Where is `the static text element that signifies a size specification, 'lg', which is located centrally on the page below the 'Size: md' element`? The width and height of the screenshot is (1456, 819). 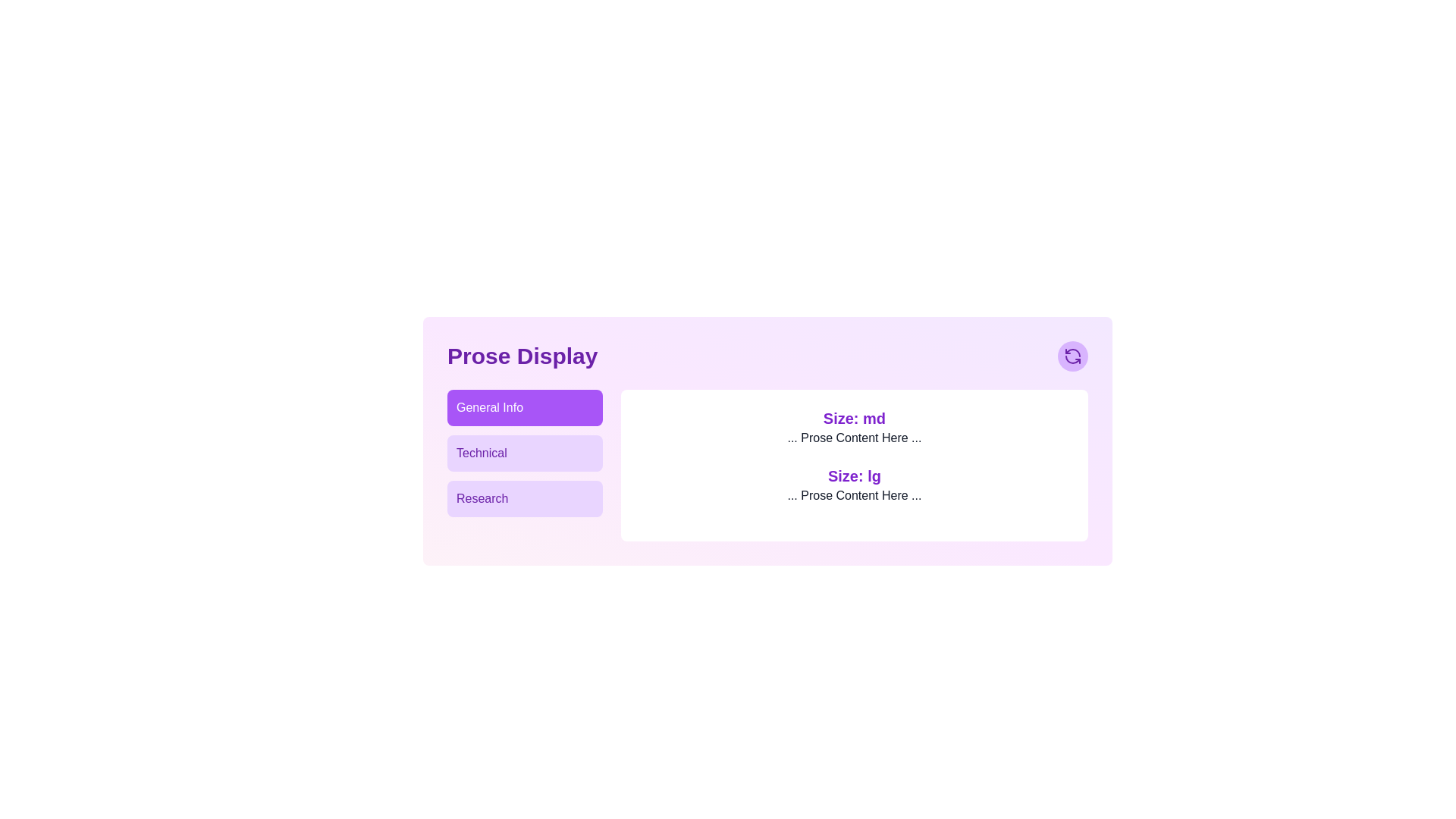 the static text element that signifies a size specification, 'lg', which is located centrally on the page below the 'Size: md' element is located at coordinates (855, 475).